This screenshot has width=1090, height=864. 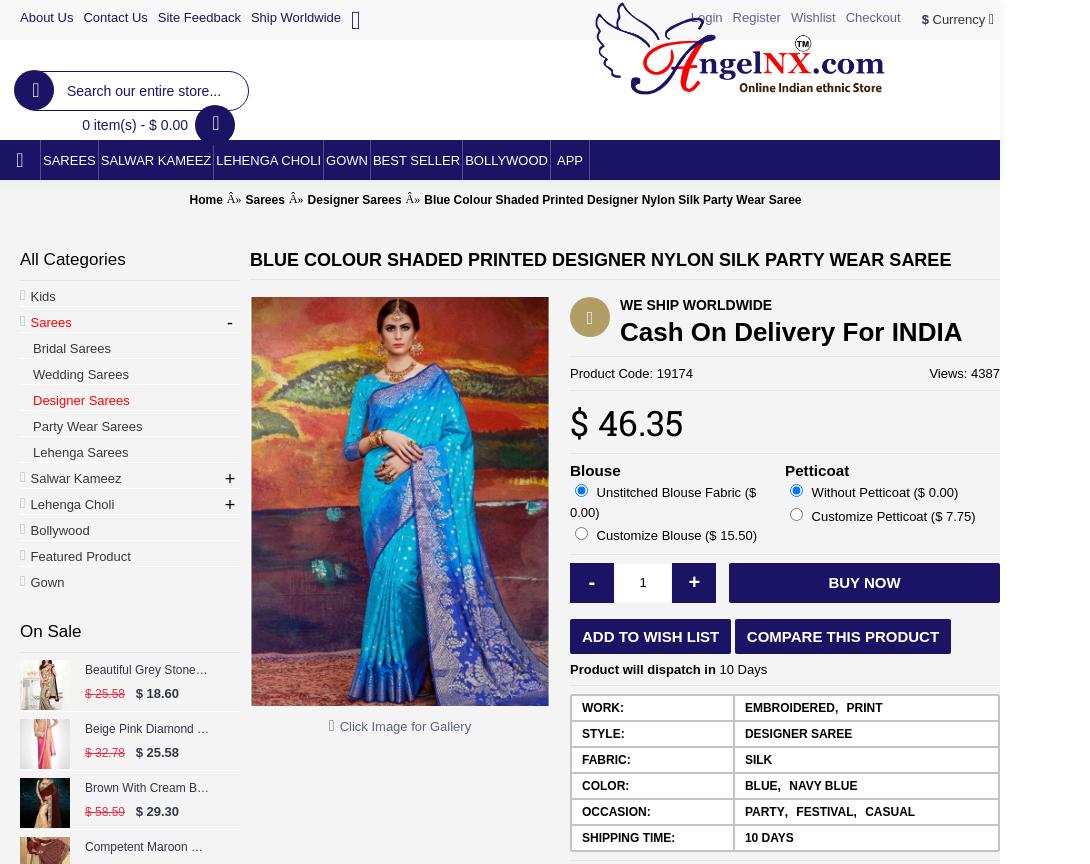 What do you see at coordinates (592, 535) in the screenshot?
I see `'Customize Blouse ($ 15.50)'` at bounding box center [592, 535].